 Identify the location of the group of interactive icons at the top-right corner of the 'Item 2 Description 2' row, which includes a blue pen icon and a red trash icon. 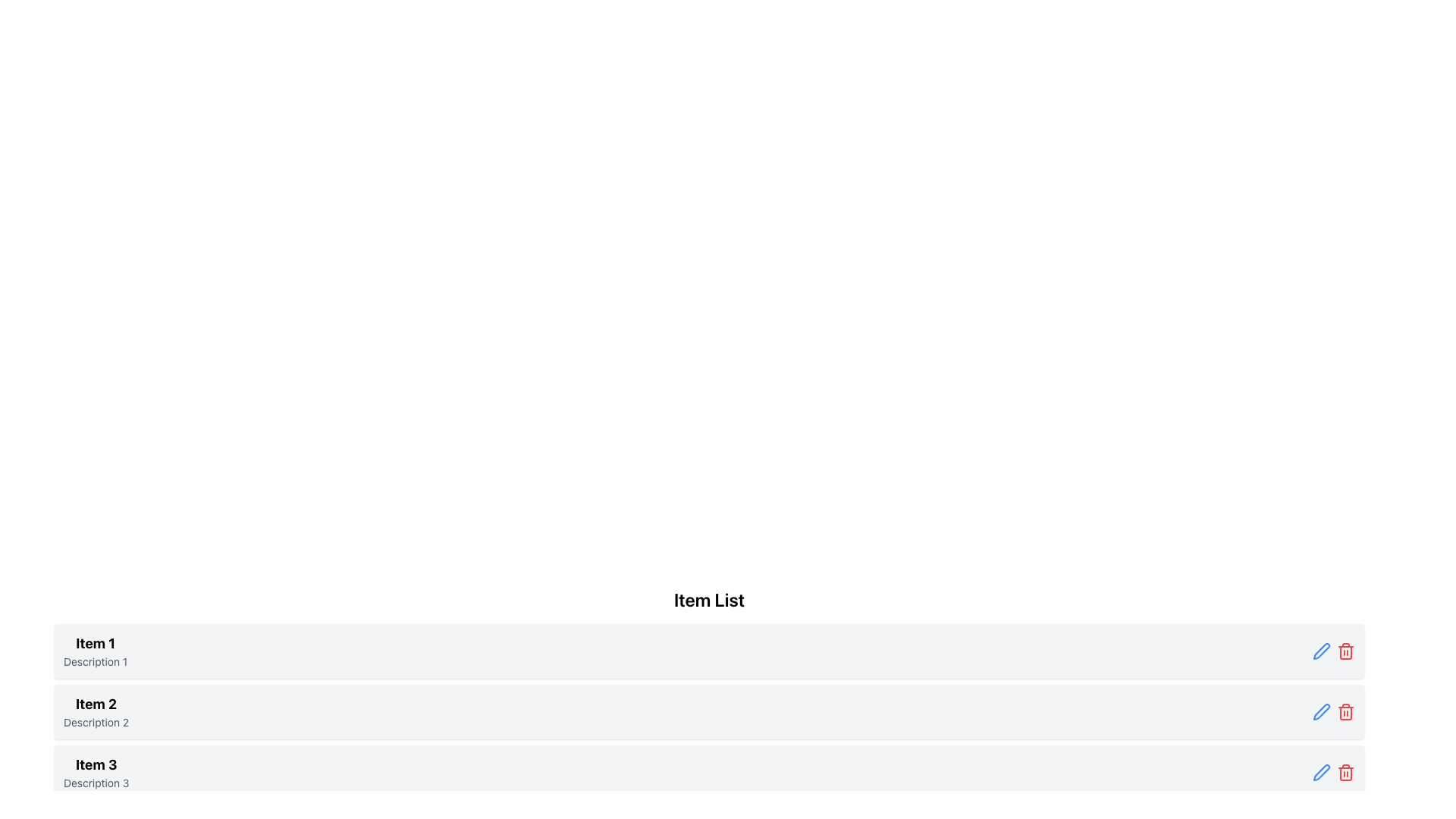
(1332, 711).